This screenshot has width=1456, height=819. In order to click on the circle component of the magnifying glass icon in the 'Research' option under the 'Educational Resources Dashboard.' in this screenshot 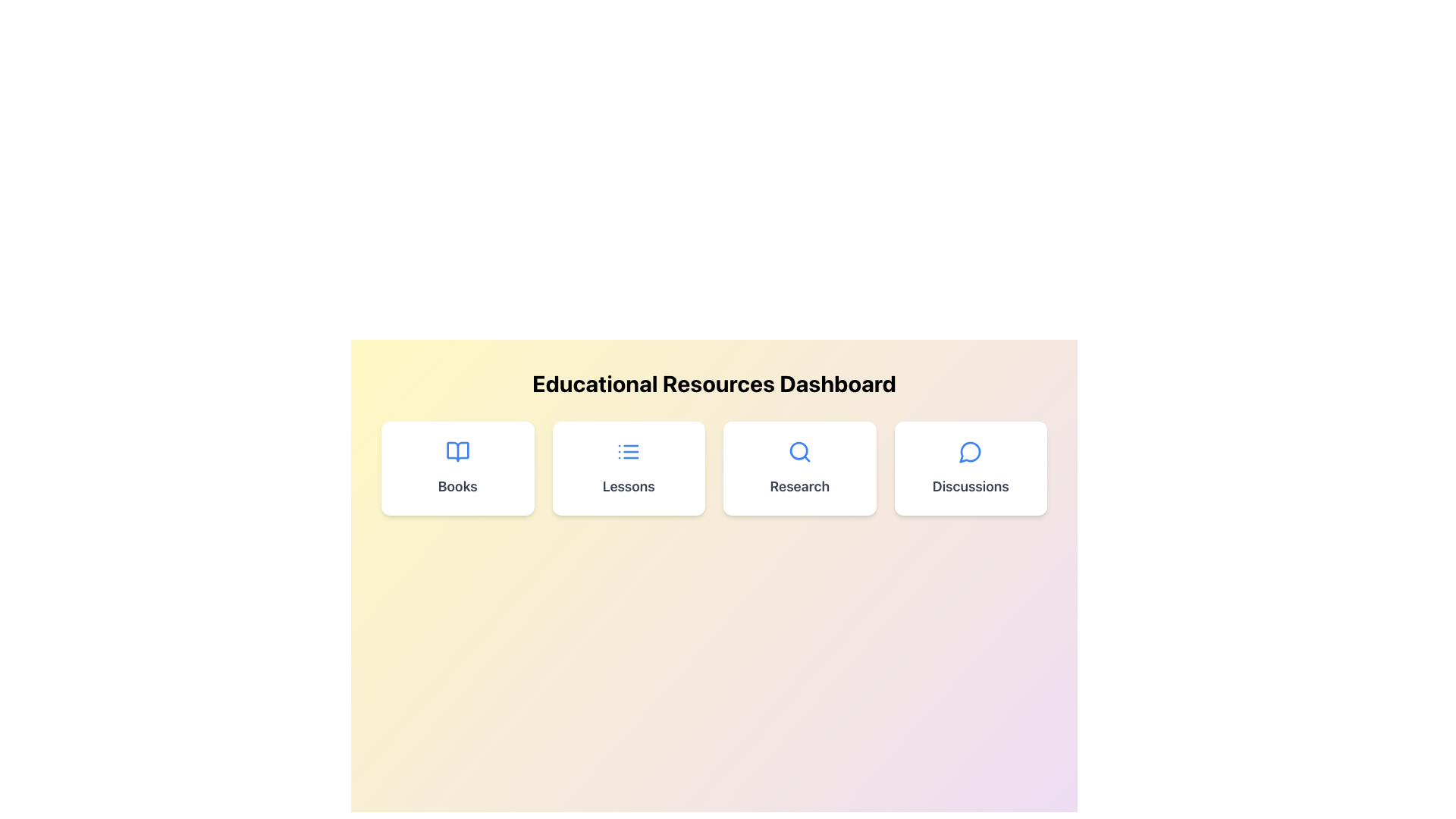, I will do `click(798, 450)`.